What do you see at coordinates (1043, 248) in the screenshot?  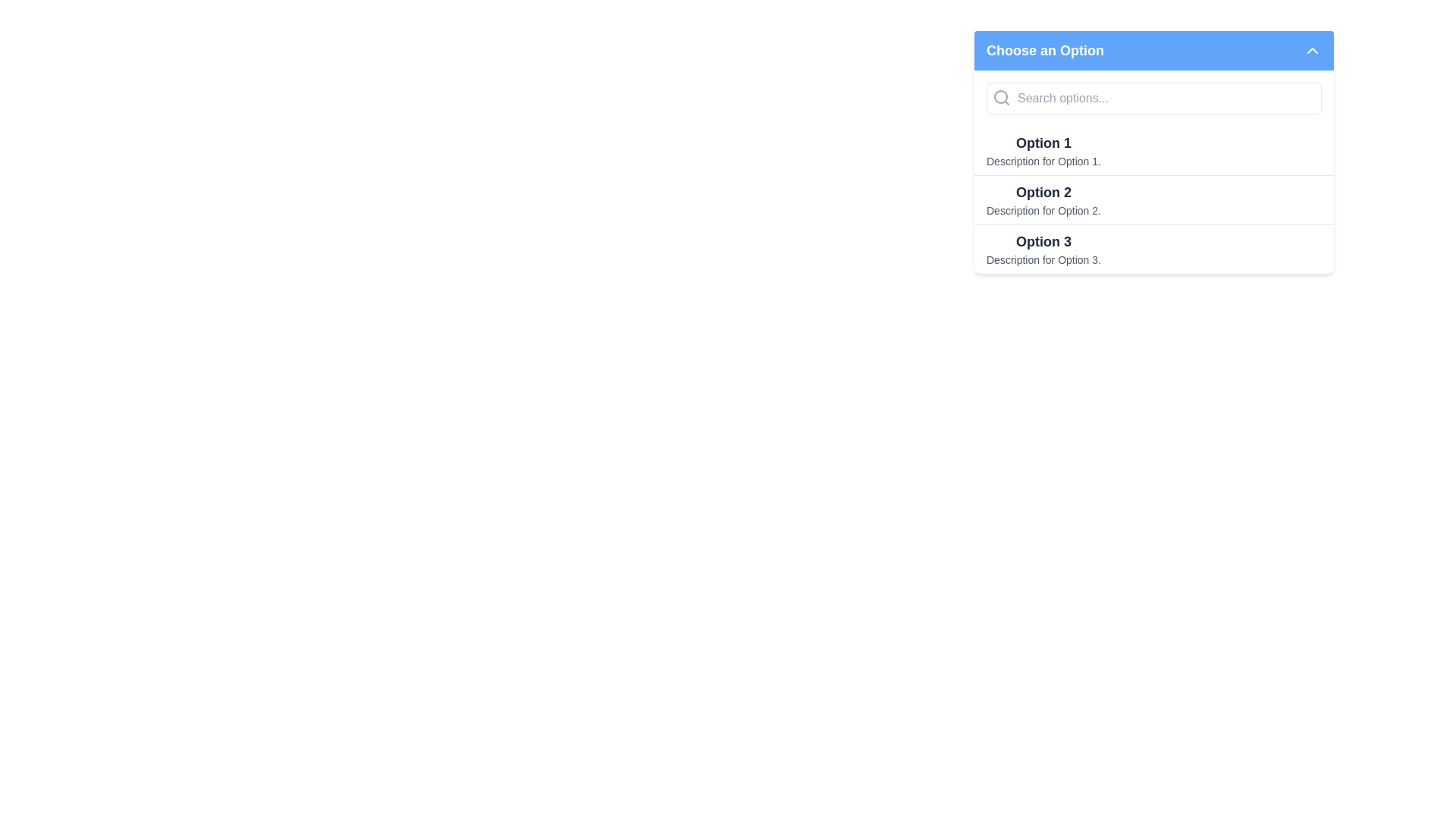 I see `the dropdown list item labeled 'Option 3'` at bounding box center [1043, 248].